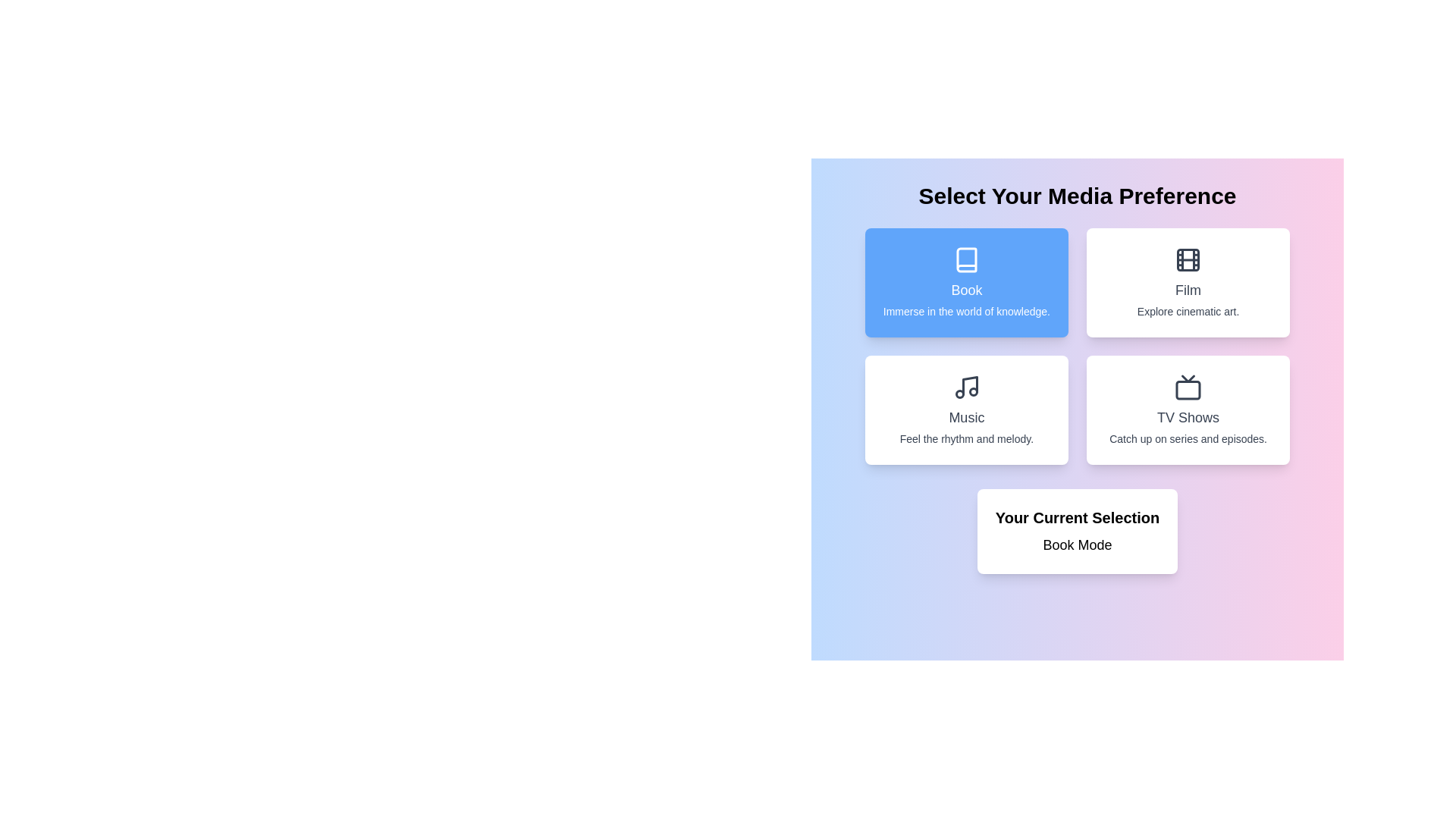 The height and width of the screenshot is (819, 1456). What do you see at coordinates (1188, 409) in the screenshot?
I see `the media preference TV Shows by clicking on its corresponding button` at bounding box center [1188, 409].